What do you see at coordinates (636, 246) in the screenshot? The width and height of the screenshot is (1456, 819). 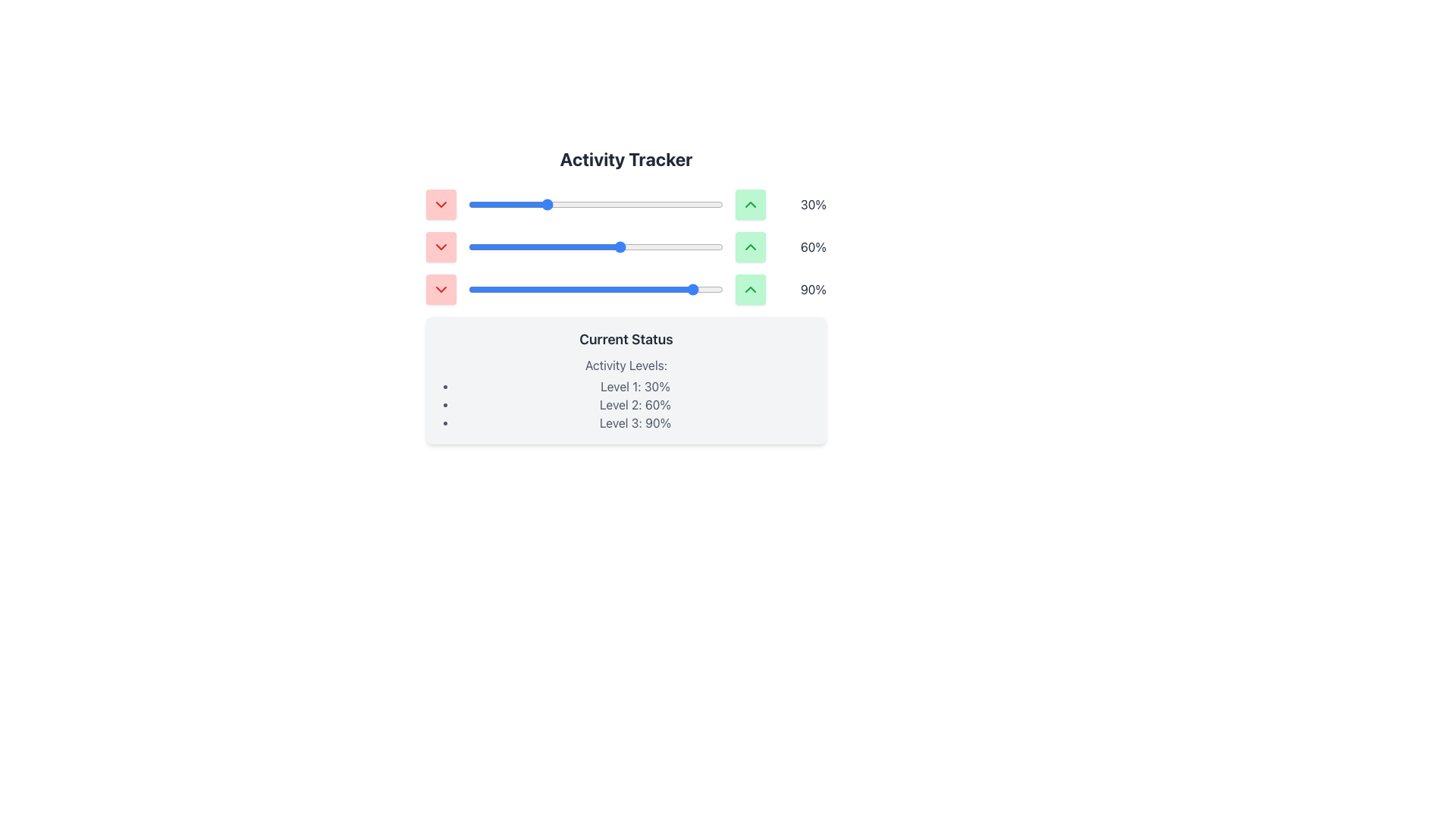 I see `the slider value` at bounding box center [636, 246].